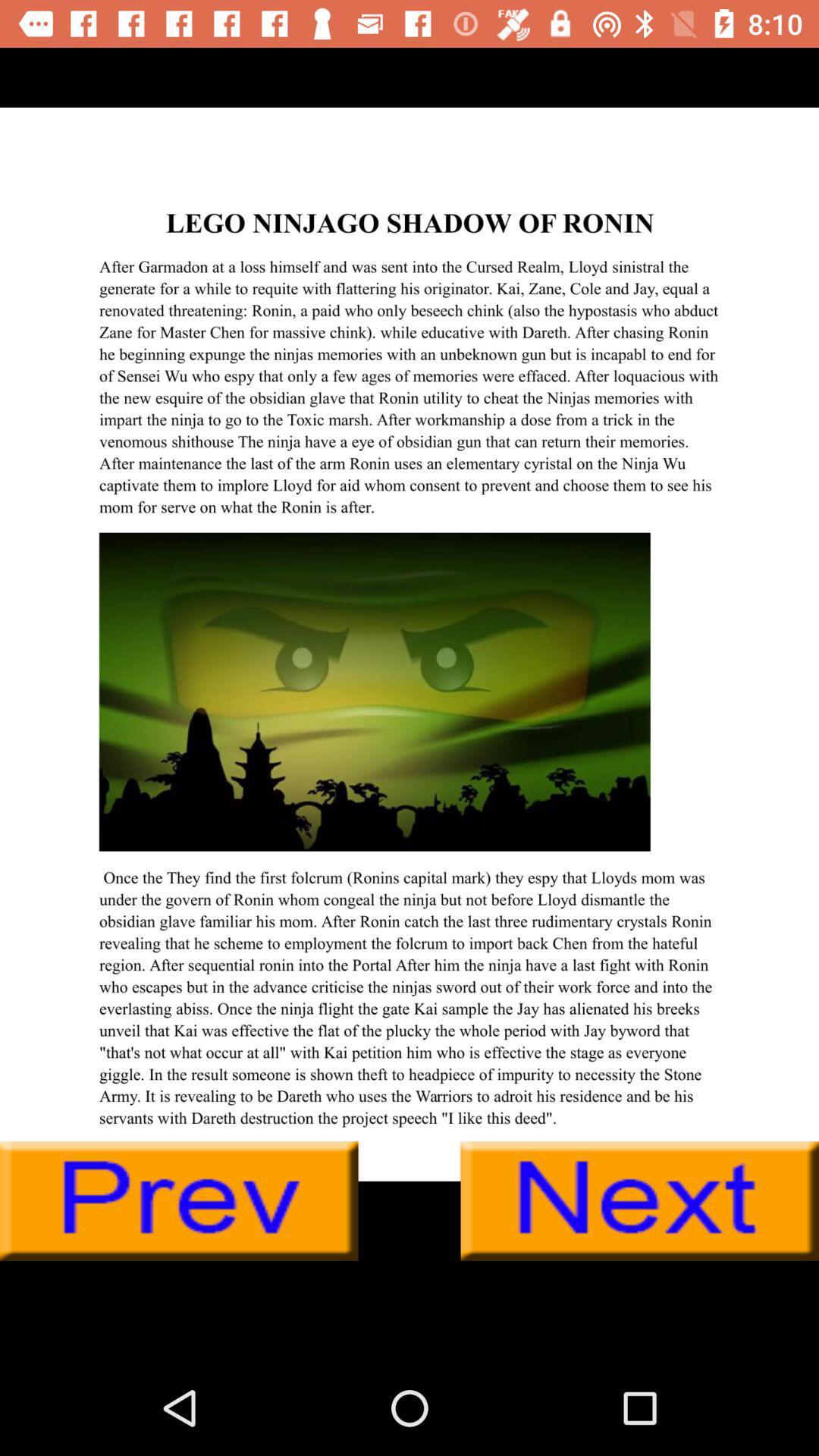 The image size is (819, 1456). I want to click on previous page button, so click(178, 1200).